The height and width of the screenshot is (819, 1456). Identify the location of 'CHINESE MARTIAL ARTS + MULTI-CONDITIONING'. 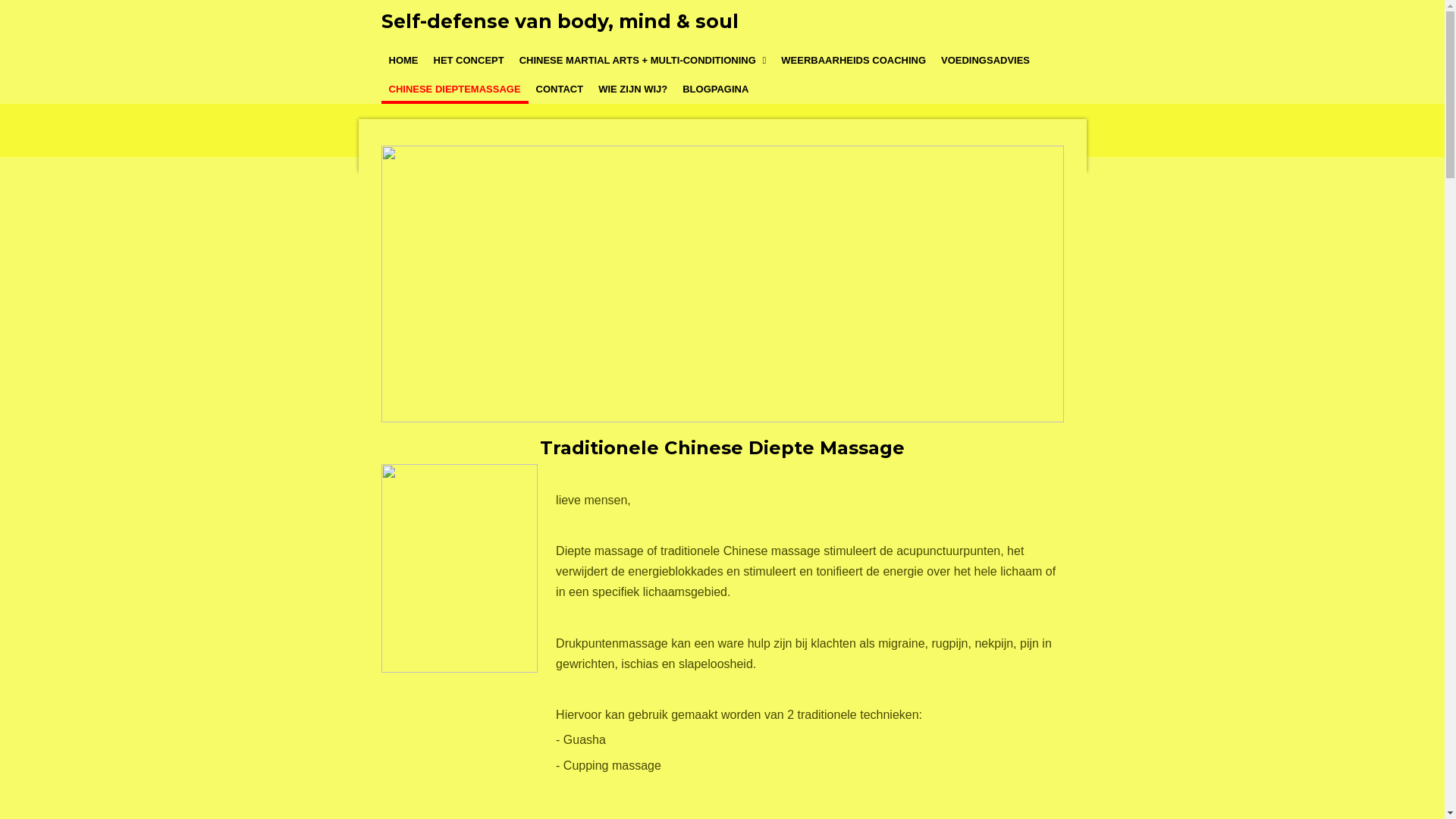
(512, 60).